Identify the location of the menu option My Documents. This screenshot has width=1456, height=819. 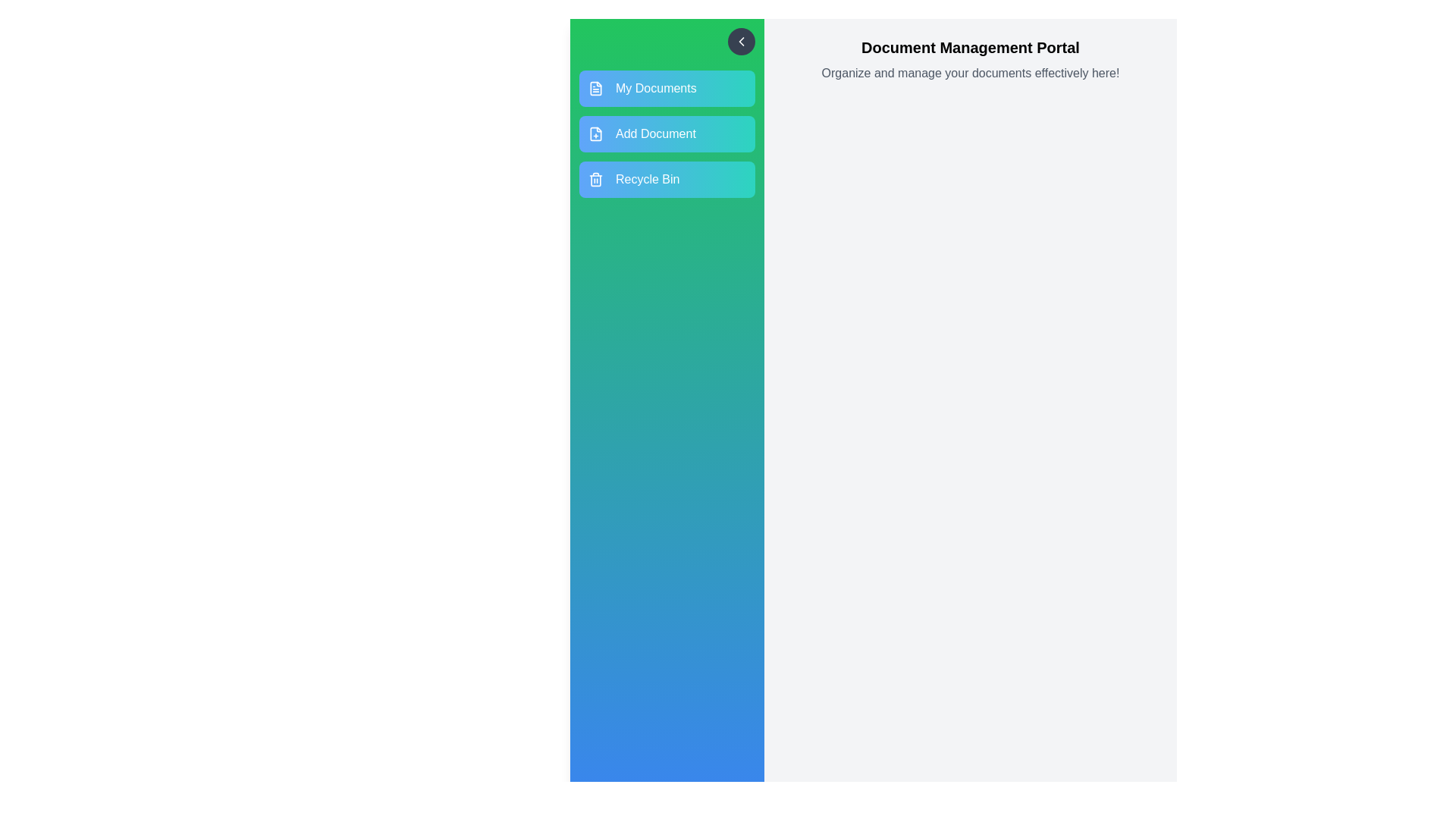
(667, 88).